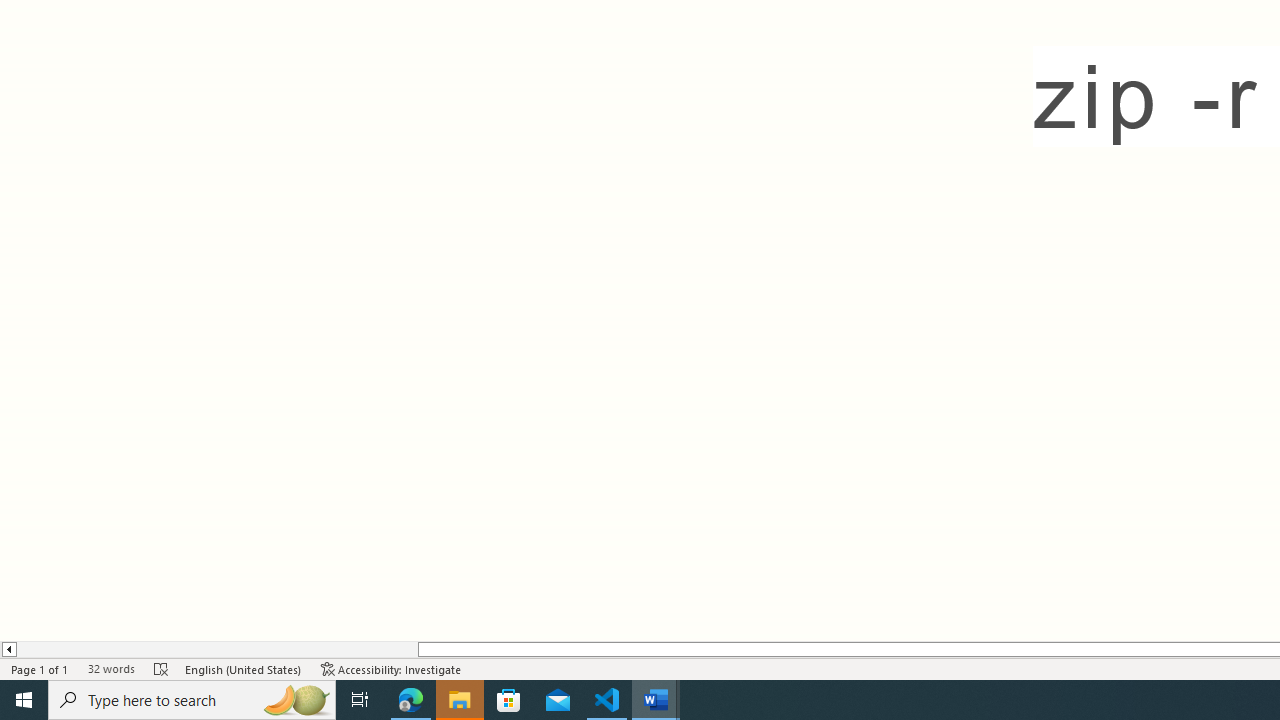  I want to click on 'Word Count 32 words', so click(110, 669).